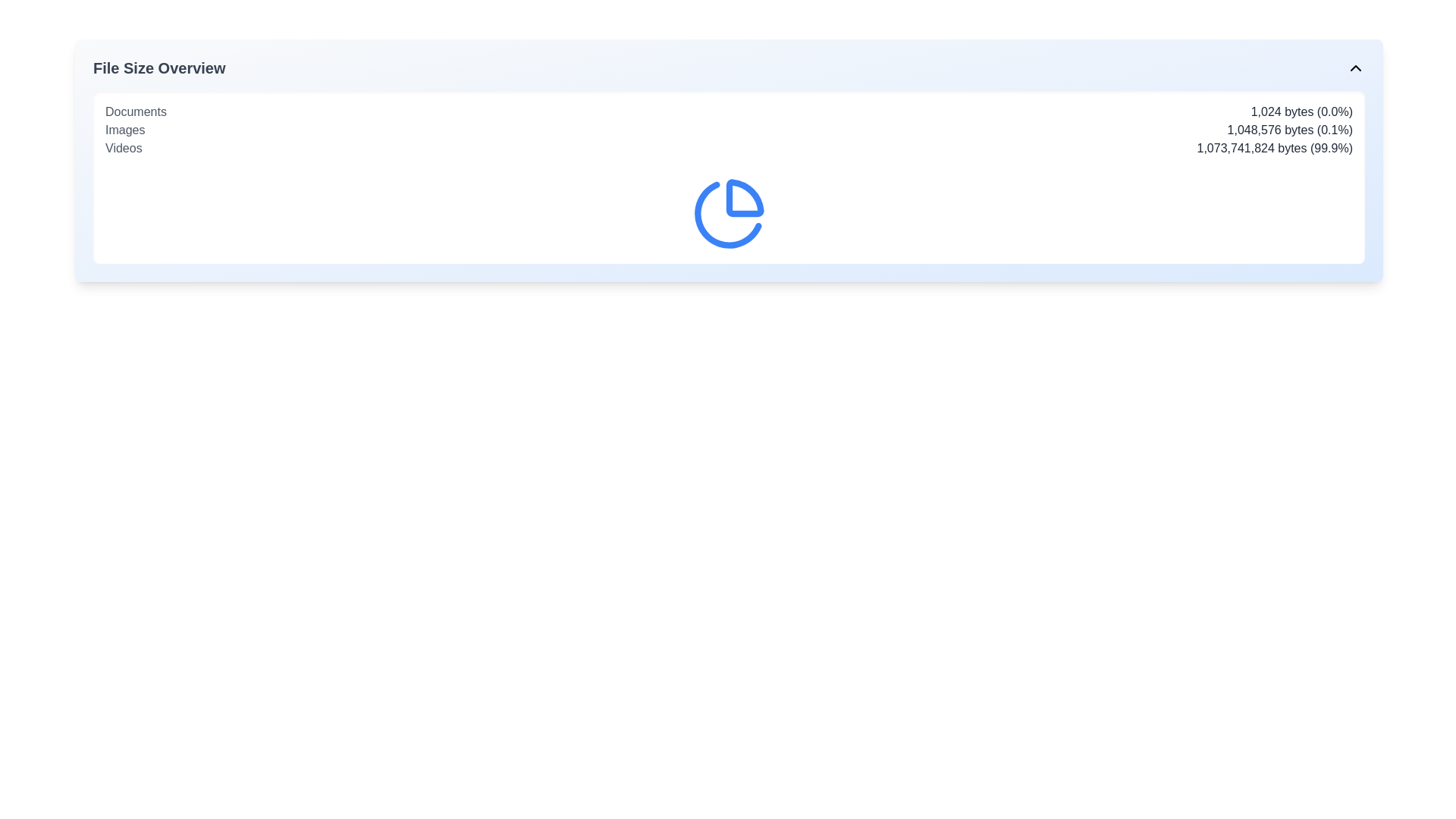 The image size is (1456, 819). What do you see at coordinates (1356, 67) in the screenshot?
I see `the chevron icon on the far right of the 'File Size Overview' header` at bounding box center [1356, 67].